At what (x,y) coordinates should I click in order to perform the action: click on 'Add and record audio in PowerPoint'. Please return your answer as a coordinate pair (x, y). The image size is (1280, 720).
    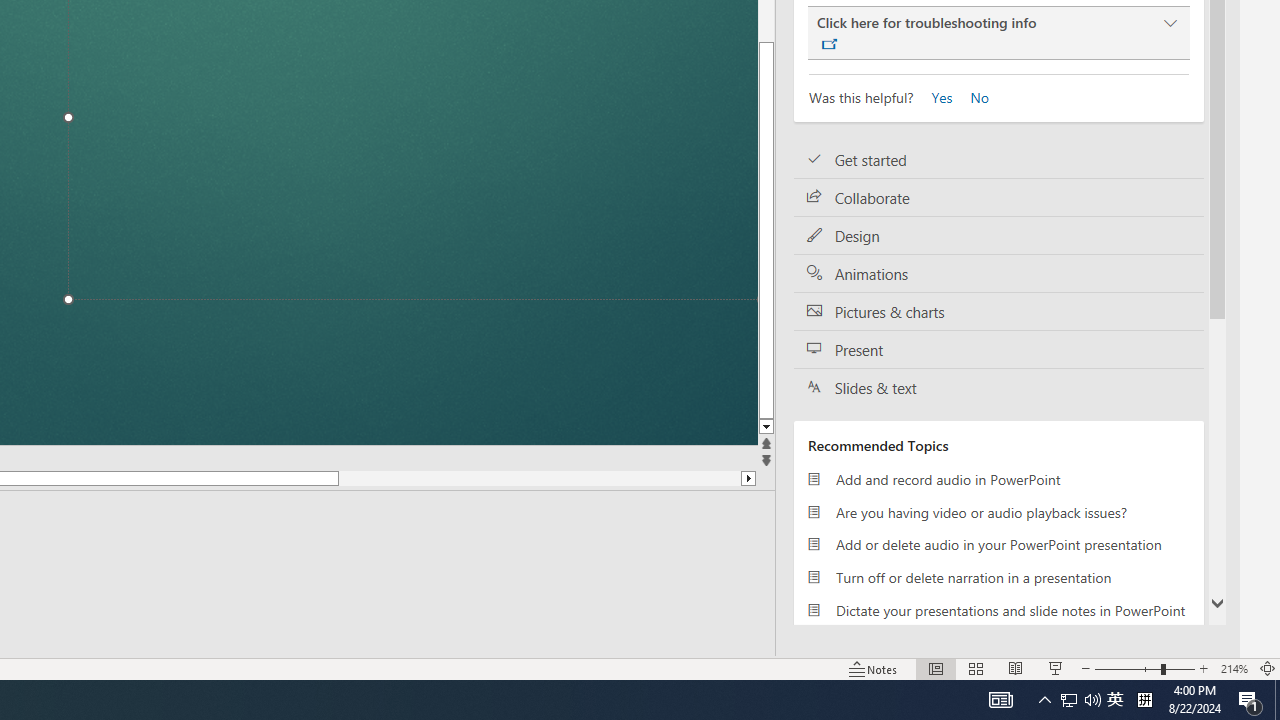
    Looking at the image, I should click on (999, 479).